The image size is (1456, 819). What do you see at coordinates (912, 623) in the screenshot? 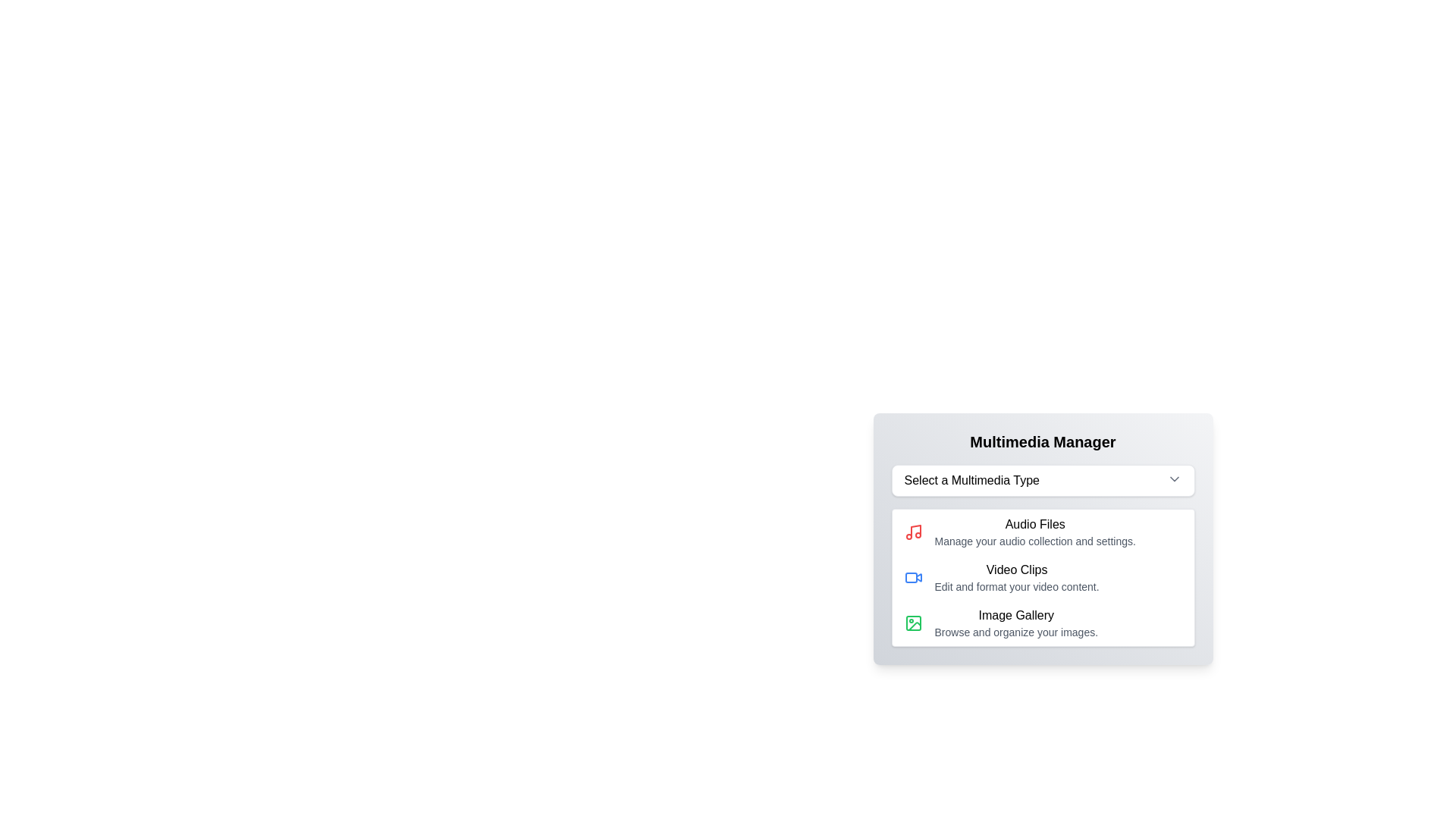
I see `the green outlined icon representing an image, which is located on the left side of the text 'Image Gallery' and 'Browse and organize your images.' in the Multimedia Manager layout` at bounding box center [912, 623].